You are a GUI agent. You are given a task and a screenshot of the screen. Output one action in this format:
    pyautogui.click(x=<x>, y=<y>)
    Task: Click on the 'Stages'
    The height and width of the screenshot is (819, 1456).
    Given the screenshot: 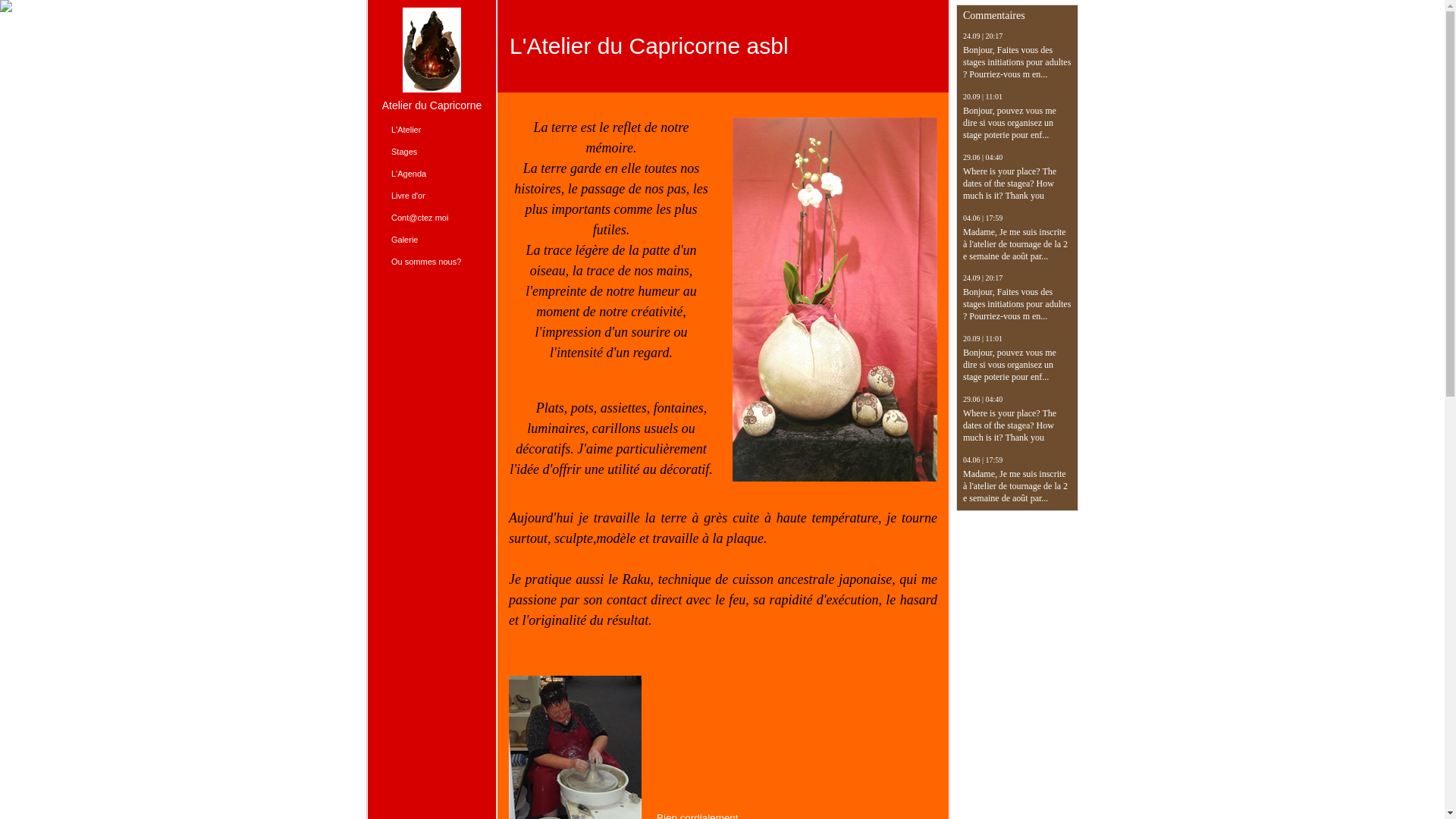 What is the action you would take?
    pyautogui.click(x=372, y=152)
    